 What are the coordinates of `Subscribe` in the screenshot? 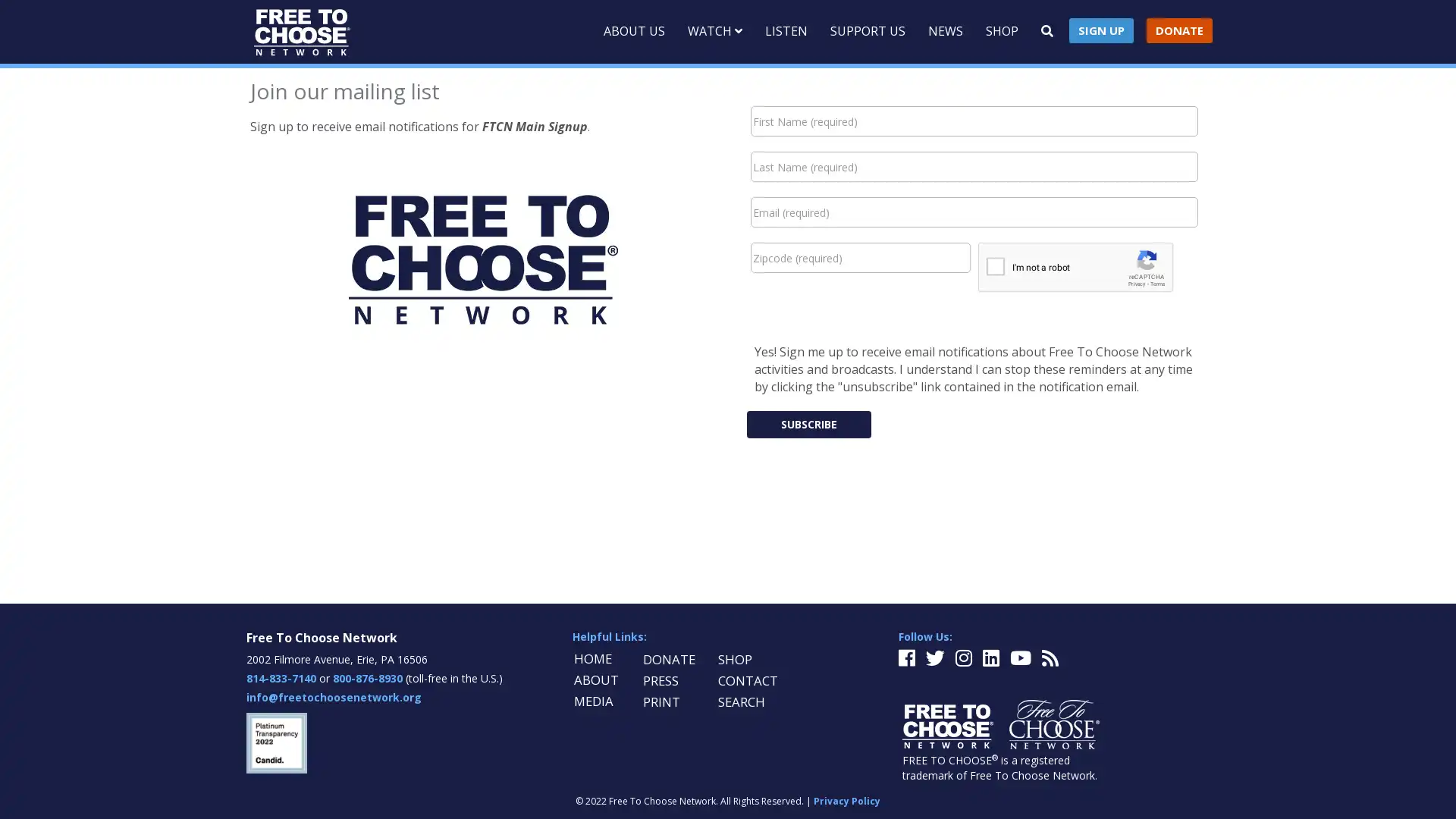 It's located at (808, 424).